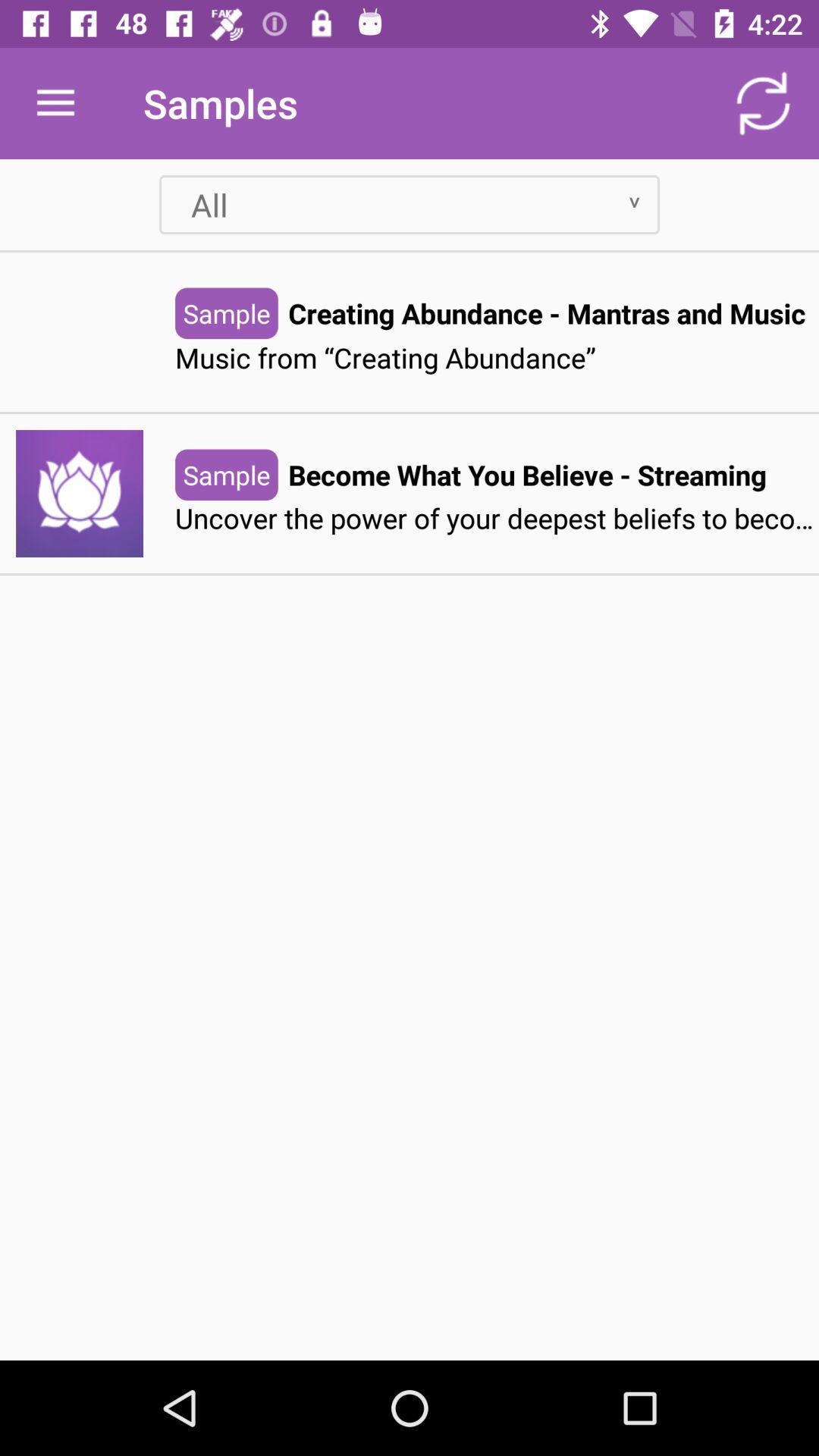  What do you see at coordinates (497, 519) in the screenshot?
I see `item at the center` at bounding box center [497, 519].